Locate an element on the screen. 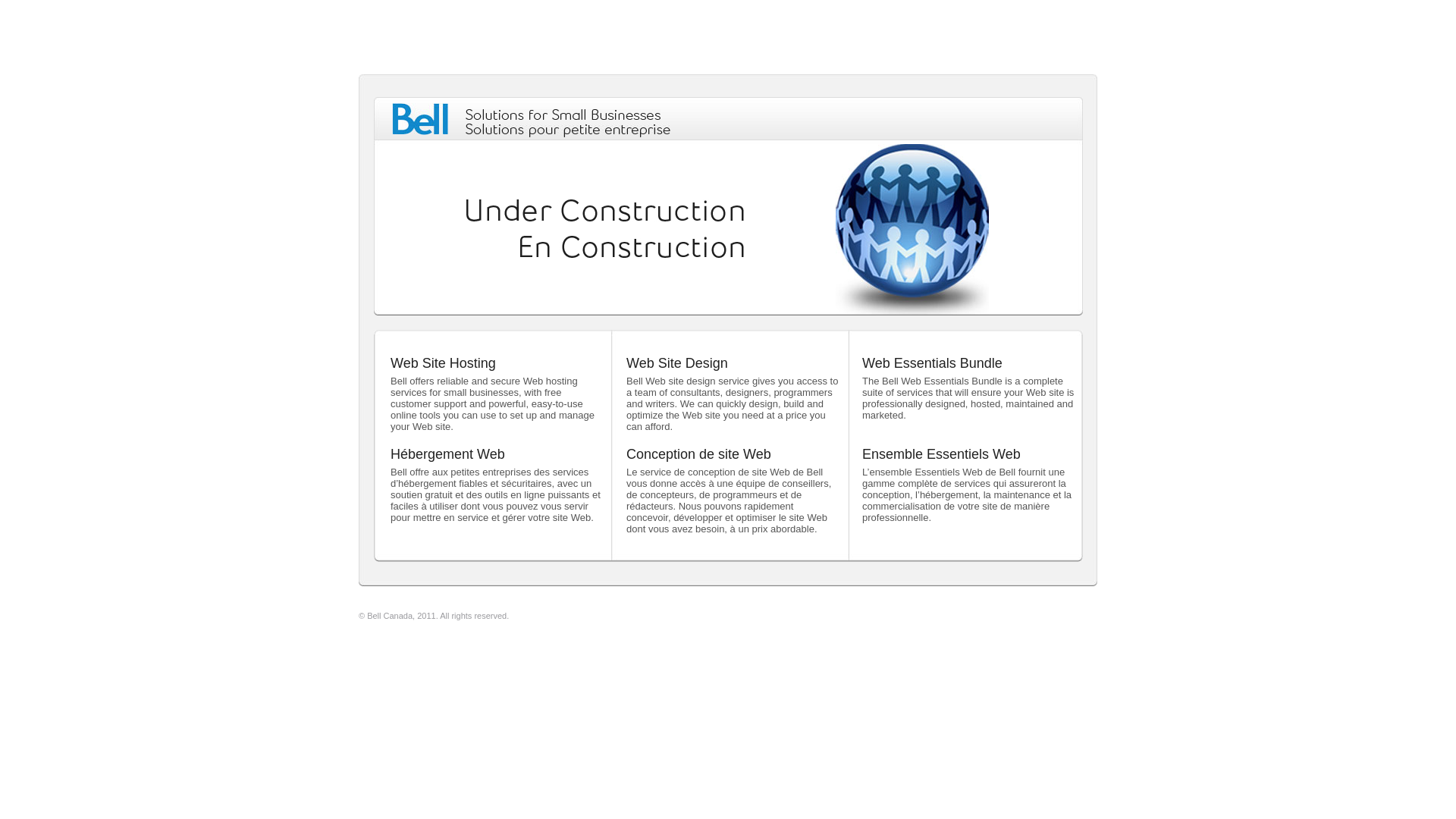  'Solutions pour petite entreprise' is located at coordinates (566, 130).